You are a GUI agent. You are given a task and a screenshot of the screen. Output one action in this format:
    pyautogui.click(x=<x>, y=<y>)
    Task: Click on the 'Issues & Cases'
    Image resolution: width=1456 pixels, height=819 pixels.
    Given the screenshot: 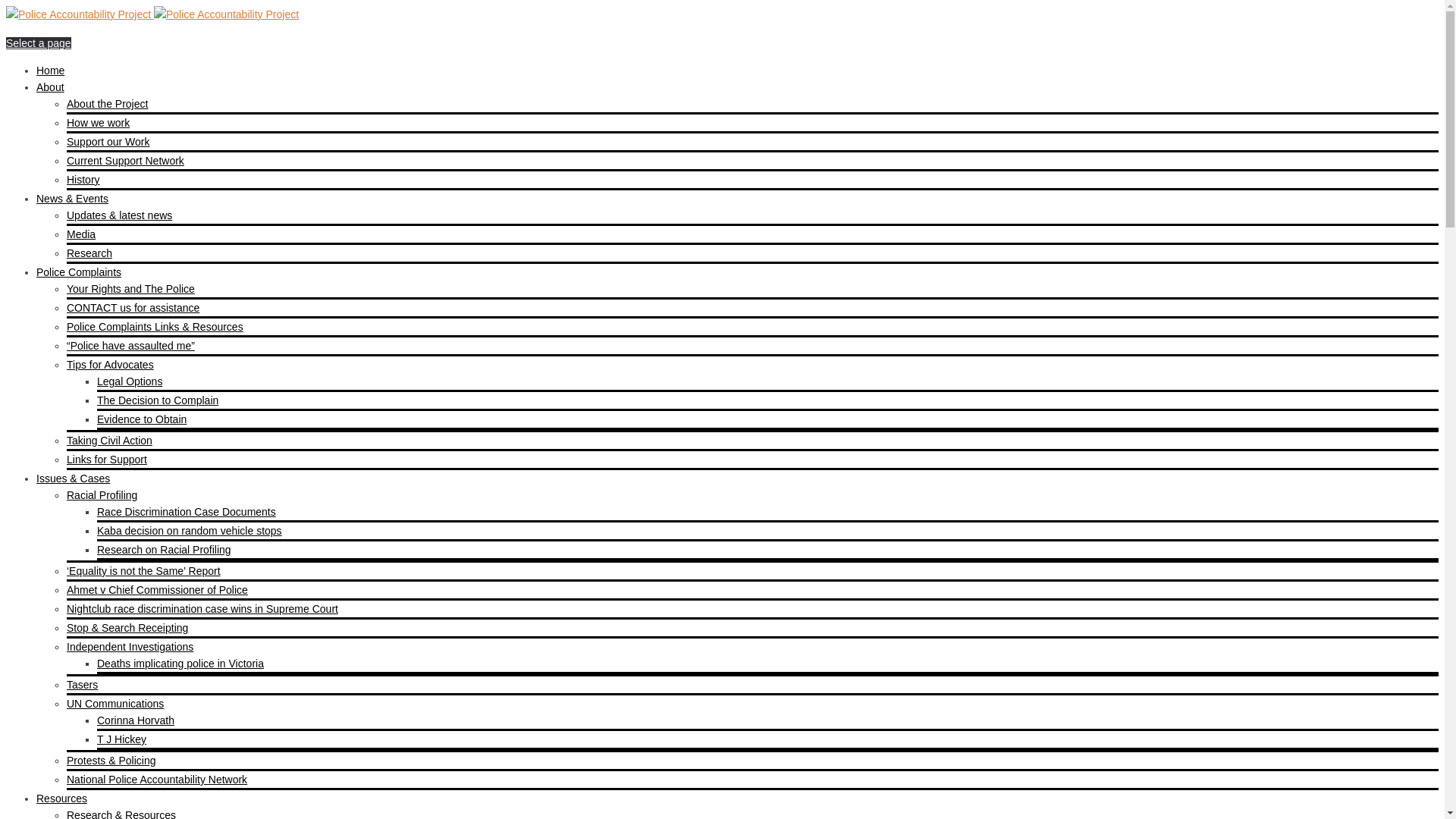 What is the action you would take?
    pyautogui.click(x=72, y=479)
    